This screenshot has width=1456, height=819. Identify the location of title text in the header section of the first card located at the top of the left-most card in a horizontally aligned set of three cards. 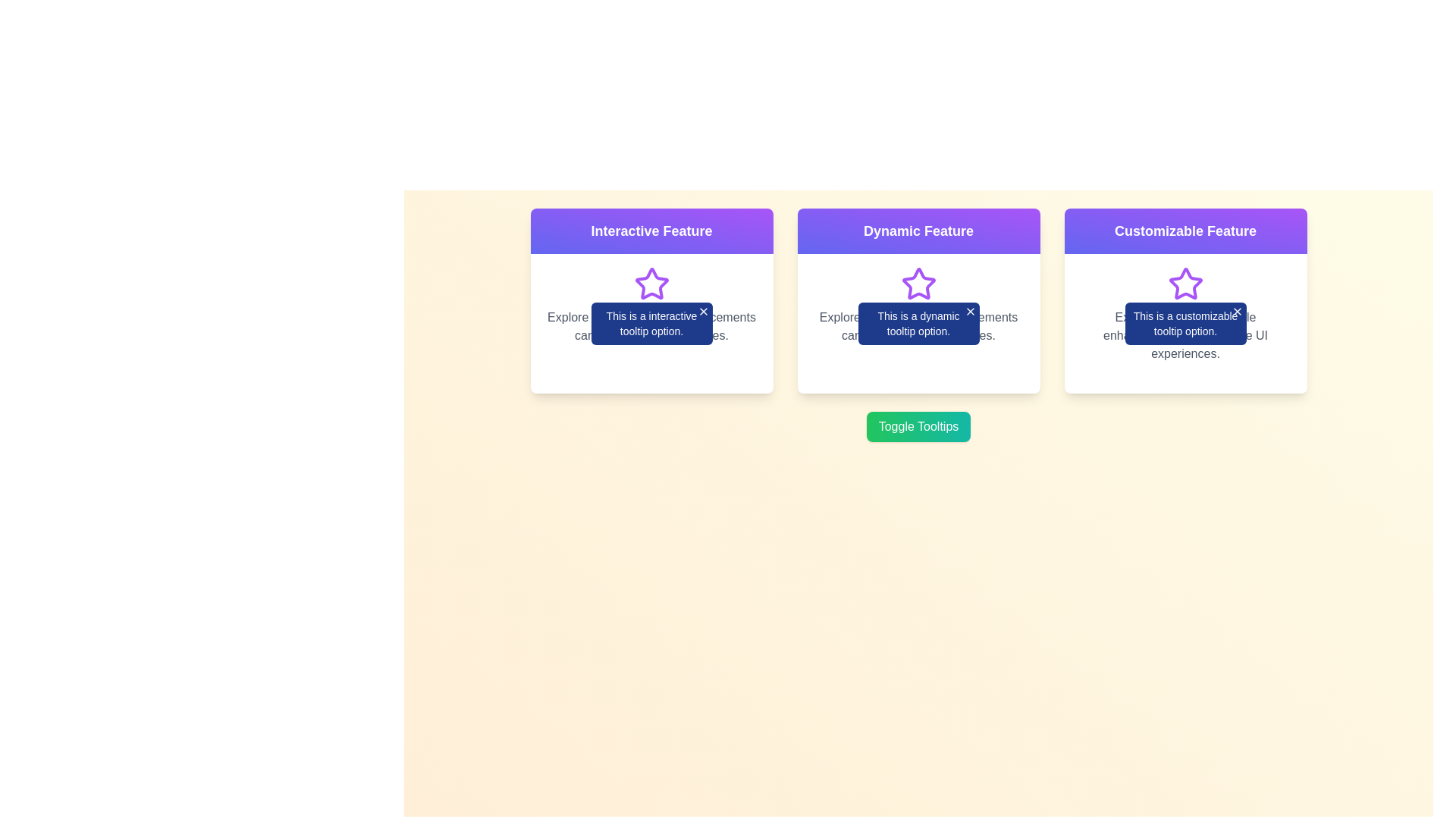
(651, 231).